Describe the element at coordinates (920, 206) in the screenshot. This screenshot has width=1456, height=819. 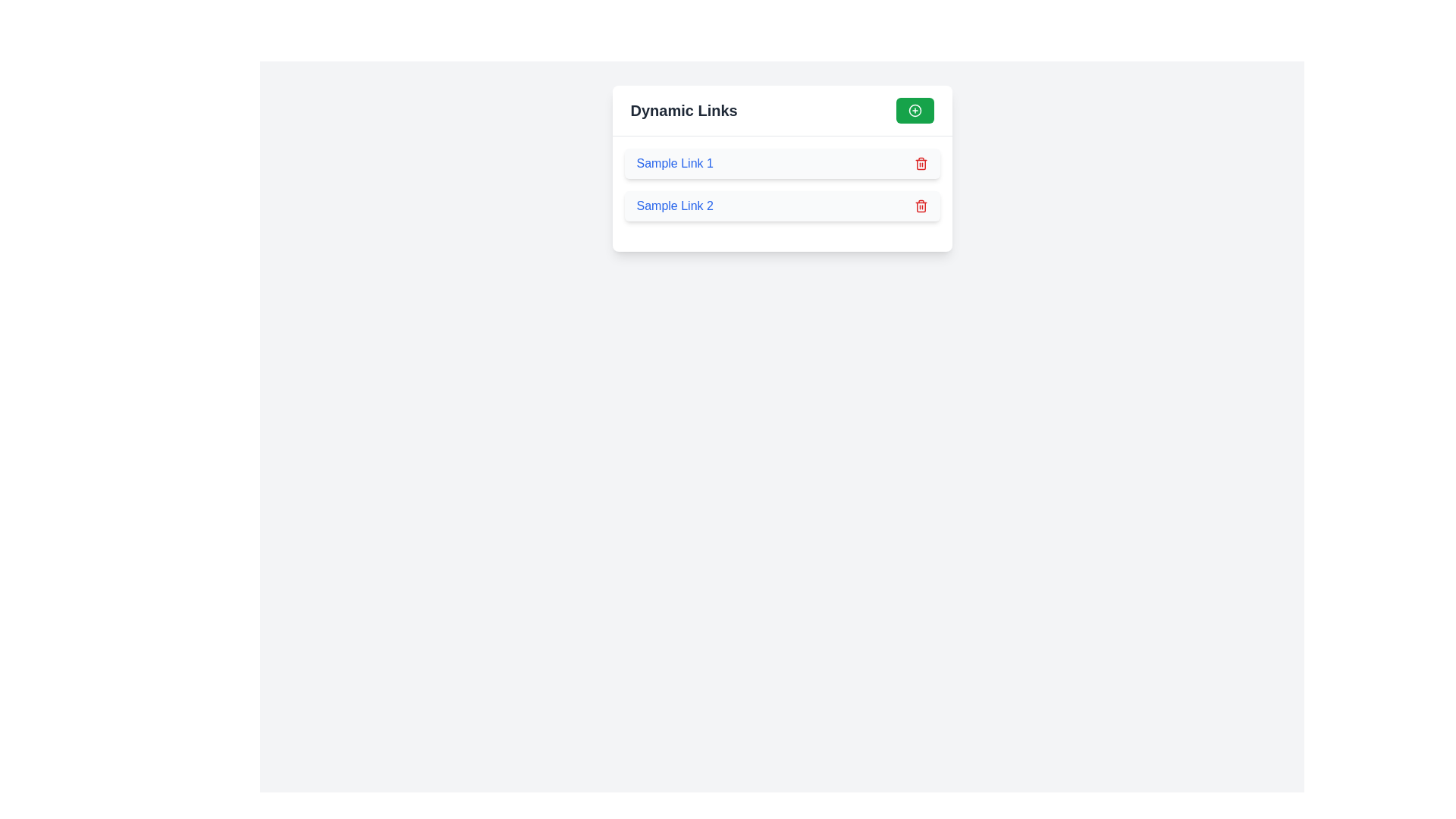
I see `the delete button located on the rightmost side of the list item labeled 'Sample Link 2'` at that location.